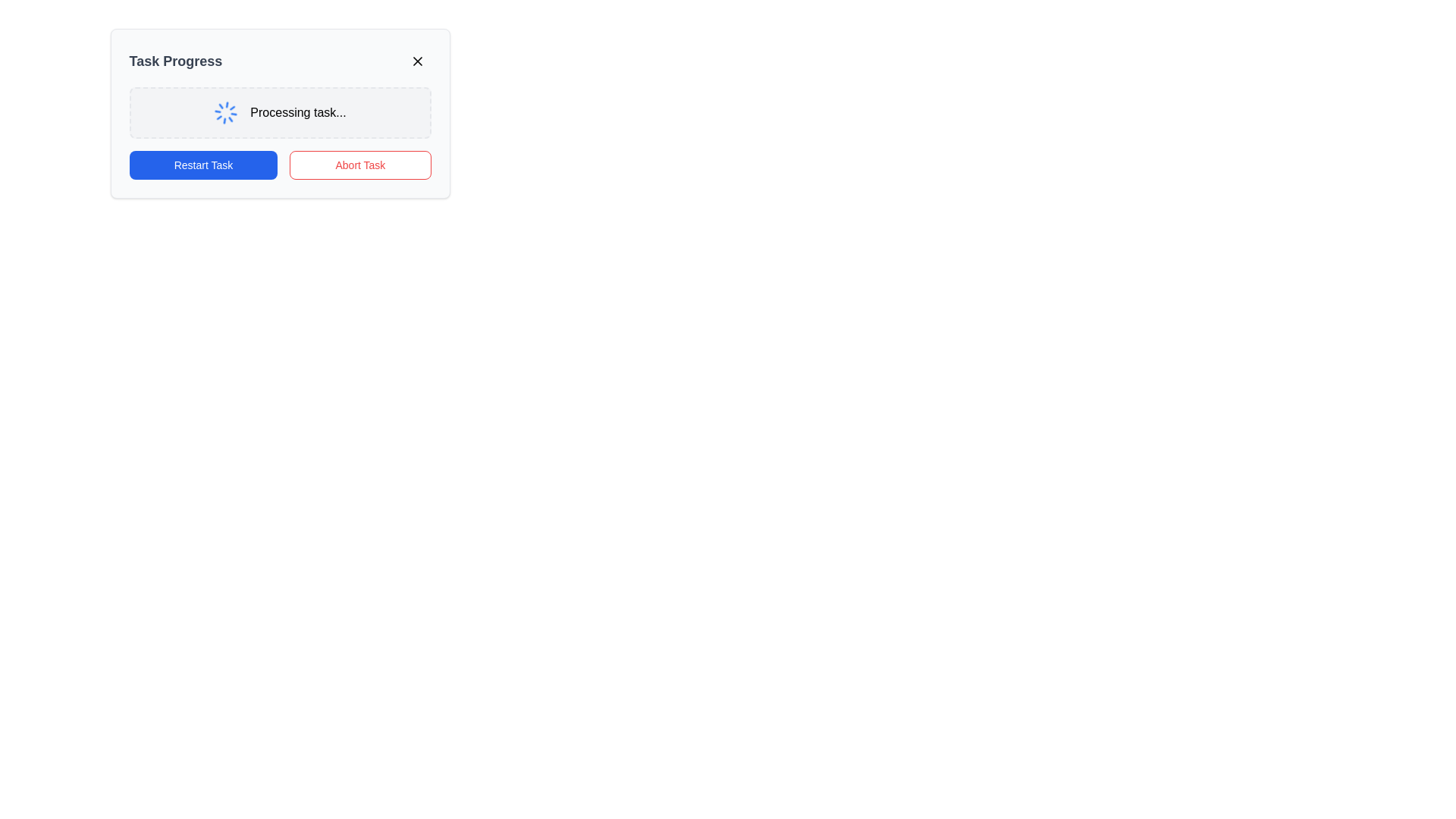 The height and width of the screenshot is (819, 1456). I want to click on the static text label that displays the status of an ongoing task, located to the right of the circular loader animation in the 'Task Progress' section, so click(298, 112).